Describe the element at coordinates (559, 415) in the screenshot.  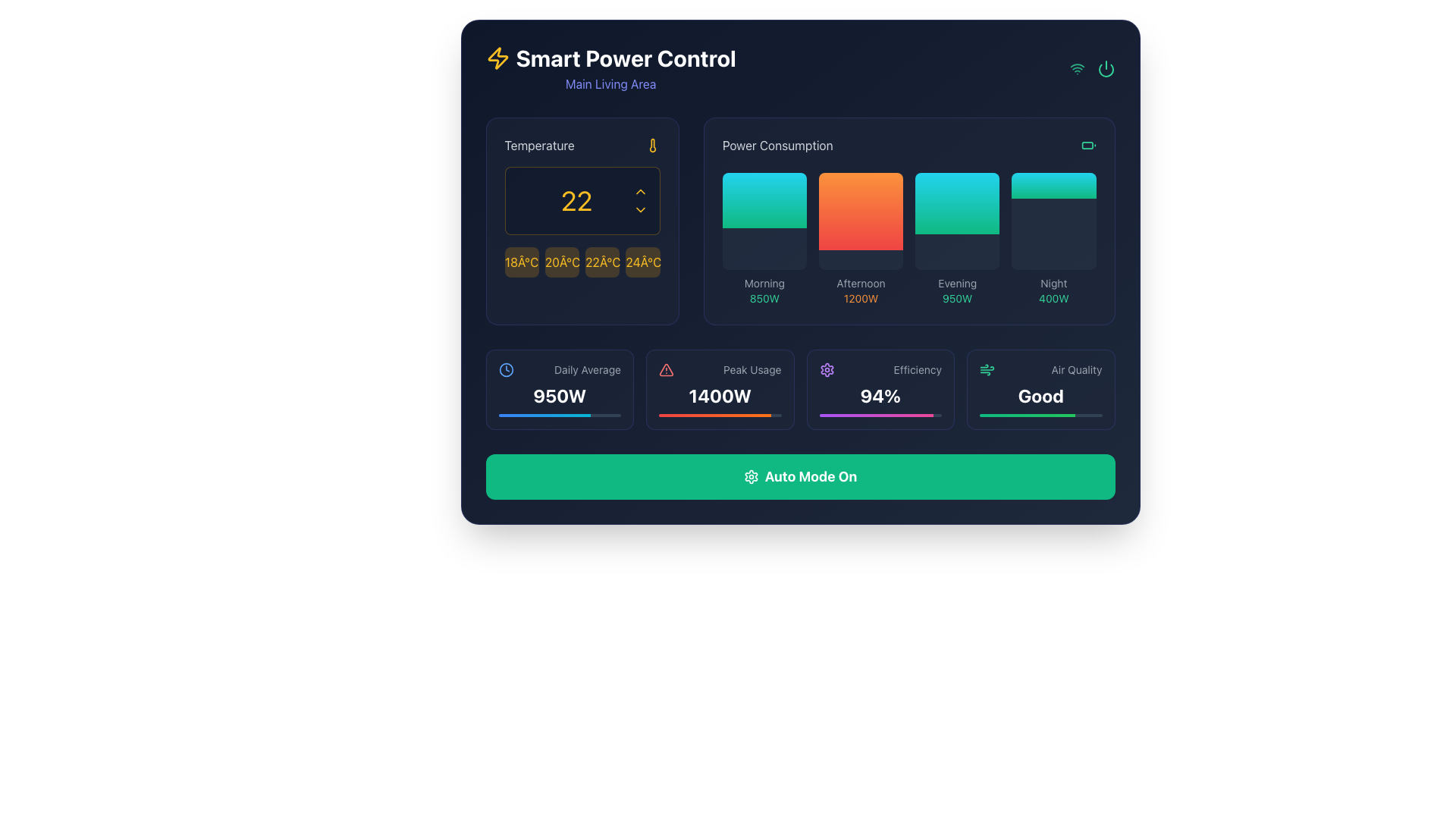
I see `the horizontal progress bar located at the bottom of the 'Daily Average' card, just below the text '950W' and above the card's edge` at that location.